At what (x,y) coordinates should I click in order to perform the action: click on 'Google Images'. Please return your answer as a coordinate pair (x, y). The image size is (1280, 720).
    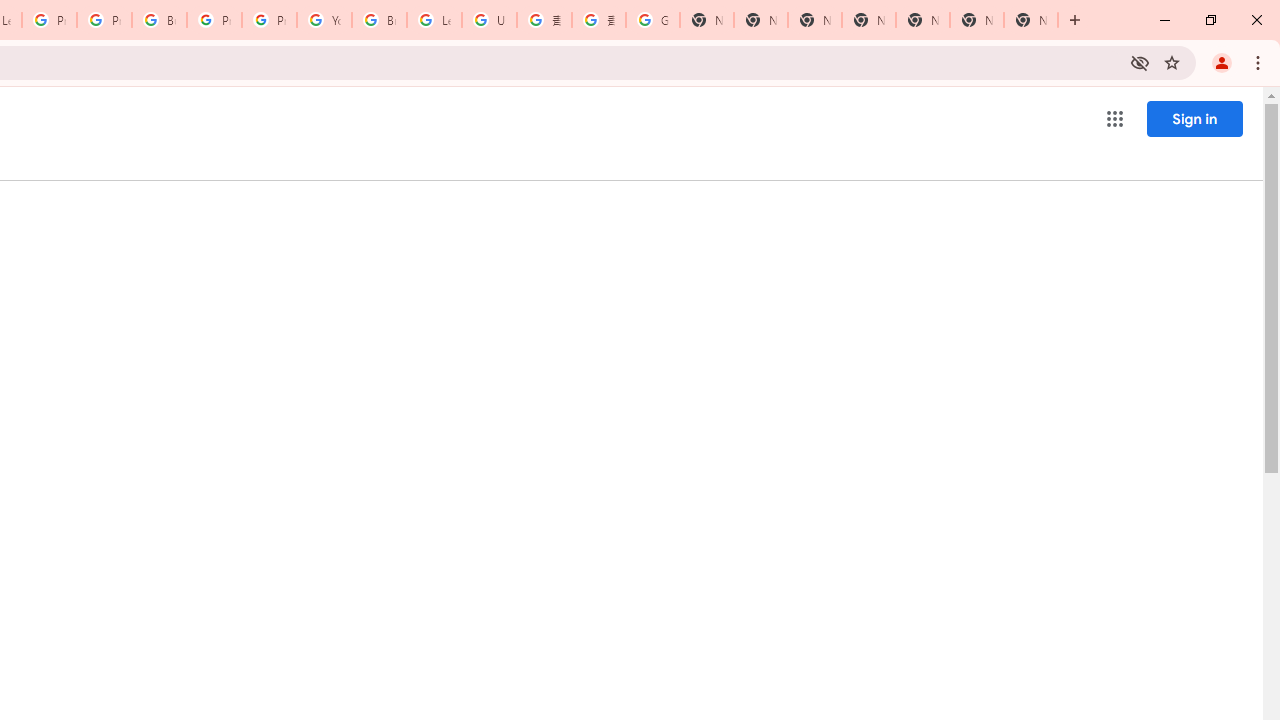
    Looking at the image, I should click on (652, 20).